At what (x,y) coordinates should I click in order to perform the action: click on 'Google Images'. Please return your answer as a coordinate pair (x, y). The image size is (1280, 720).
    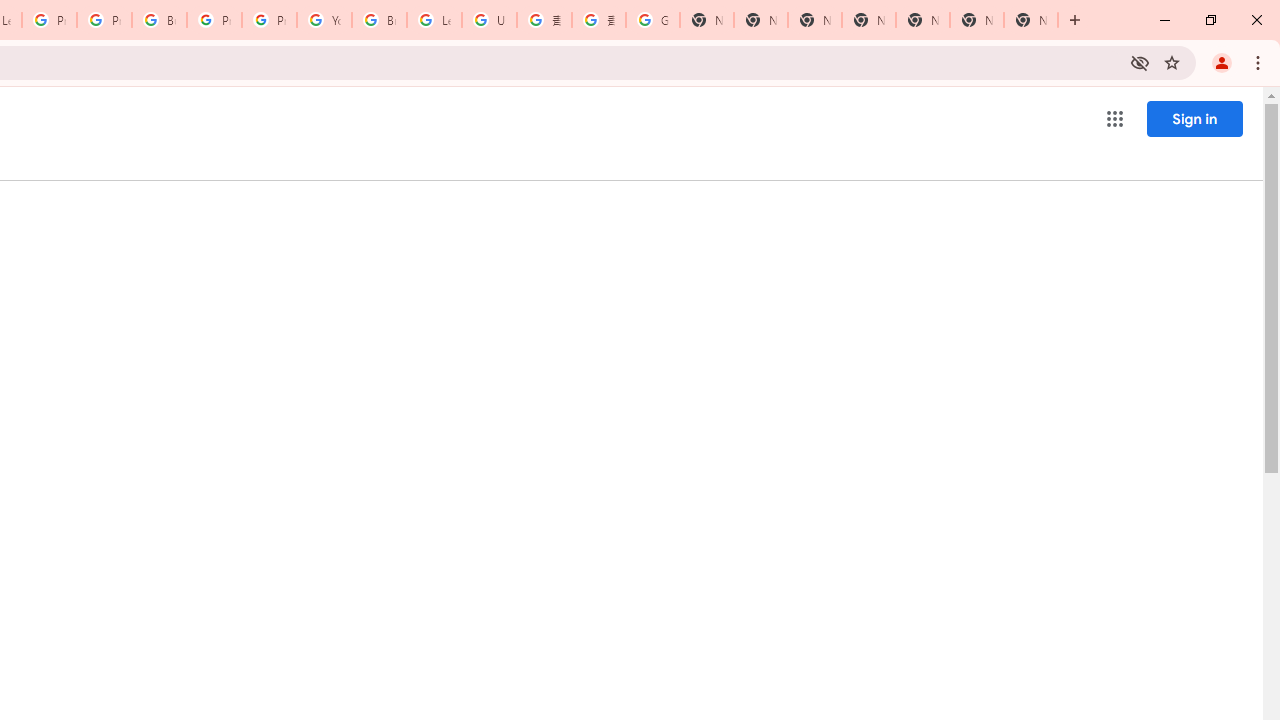
    Looking at the image, I should click on (652, 20).